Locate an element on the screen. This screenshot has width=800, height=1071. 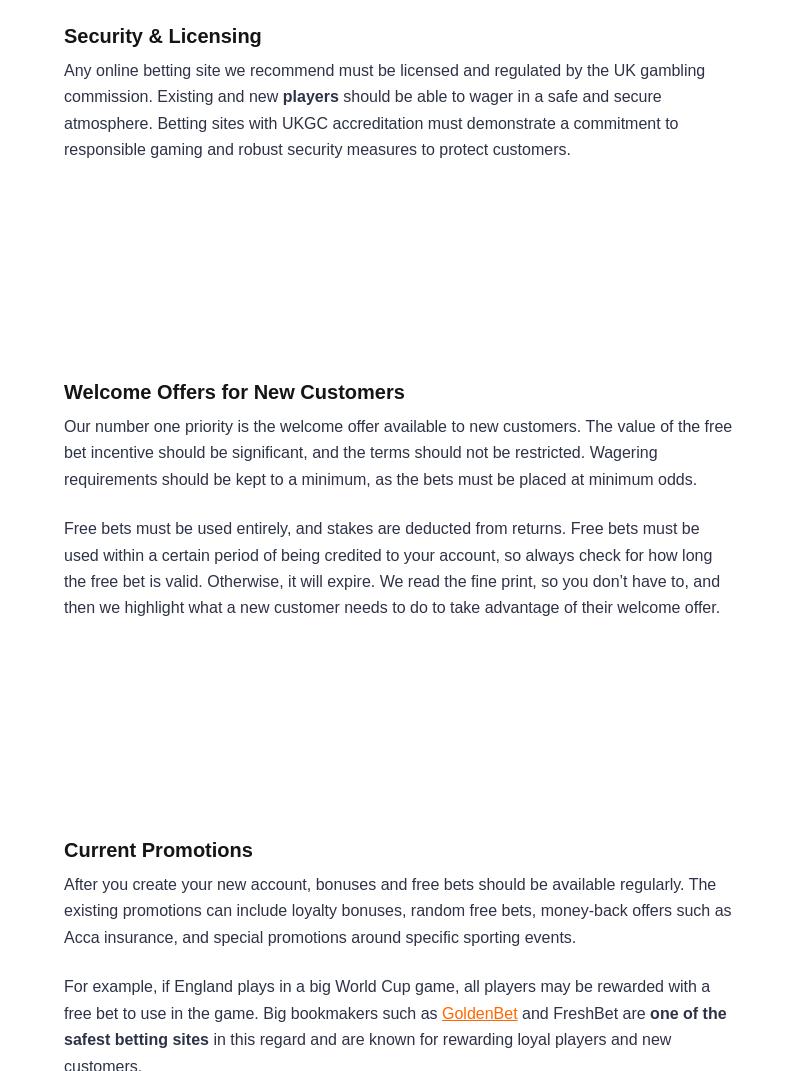
'players' is located at coordinates (282, 96).